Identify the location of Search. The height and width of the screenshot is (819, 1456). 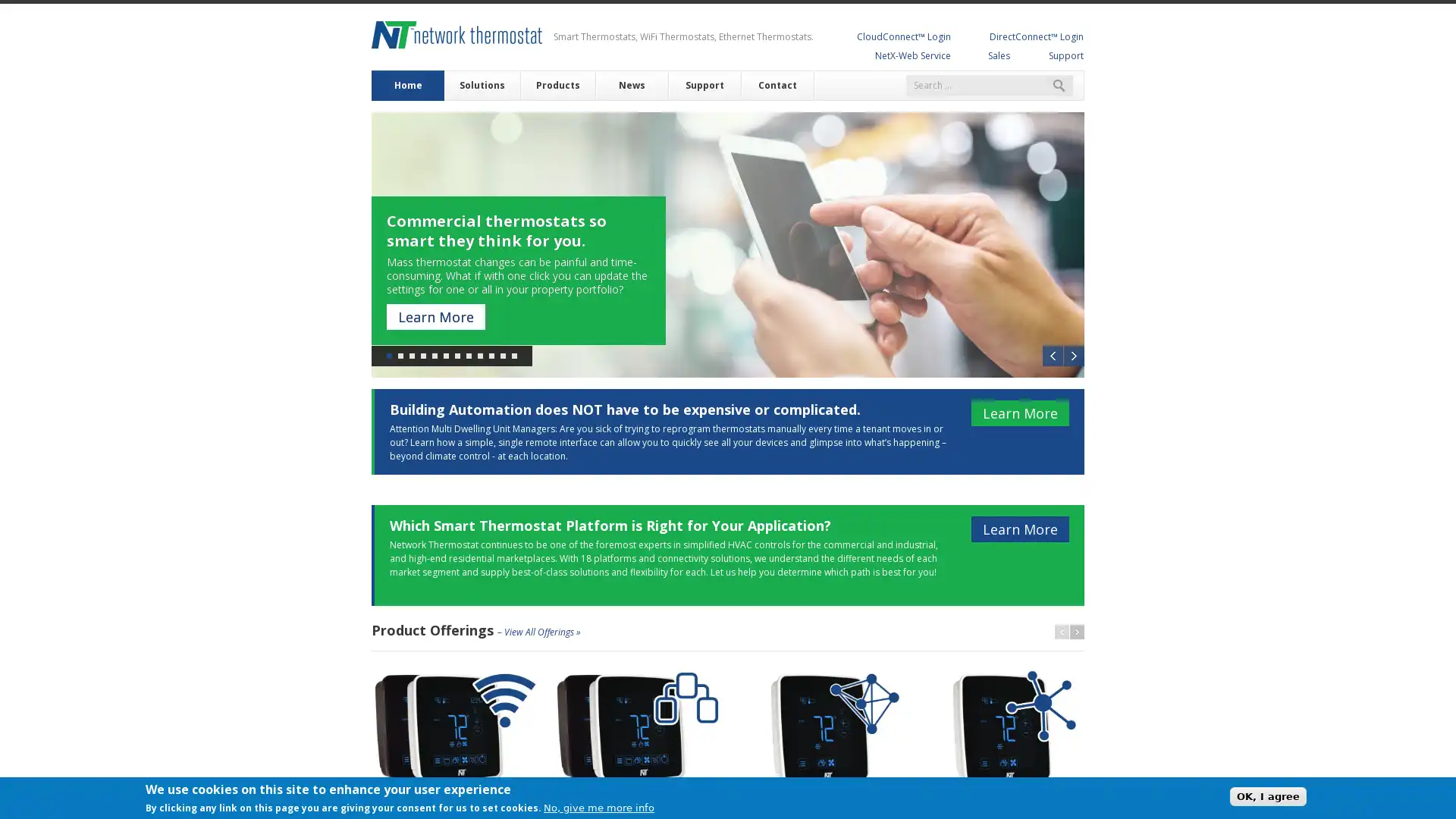
(1058, 85).